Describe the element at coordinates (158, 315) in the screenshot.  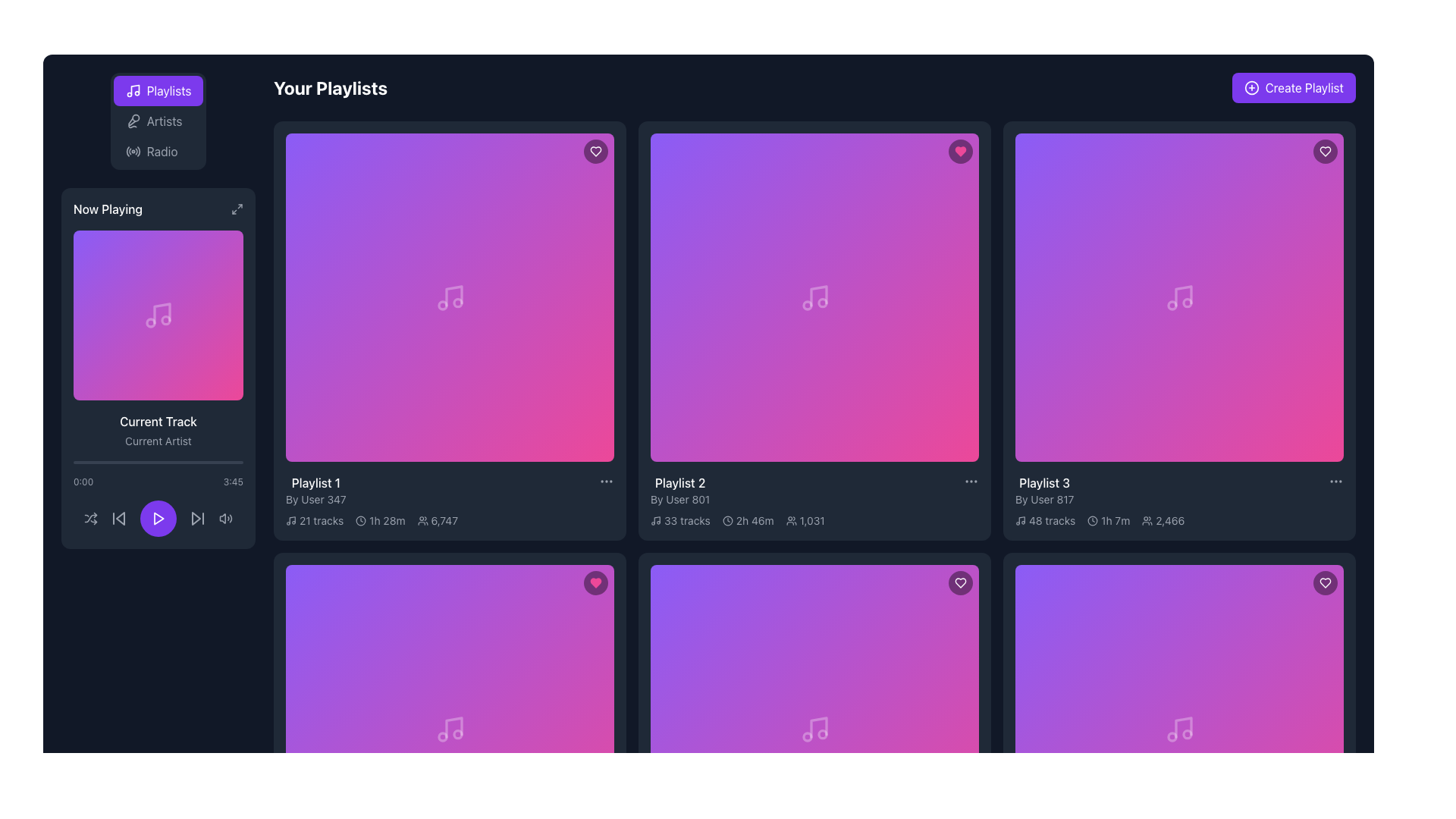
I see `the music playback icon located in the 'Now Playing' section, positioned centrally within a gradient square, to gather static information about the current song` at that location.